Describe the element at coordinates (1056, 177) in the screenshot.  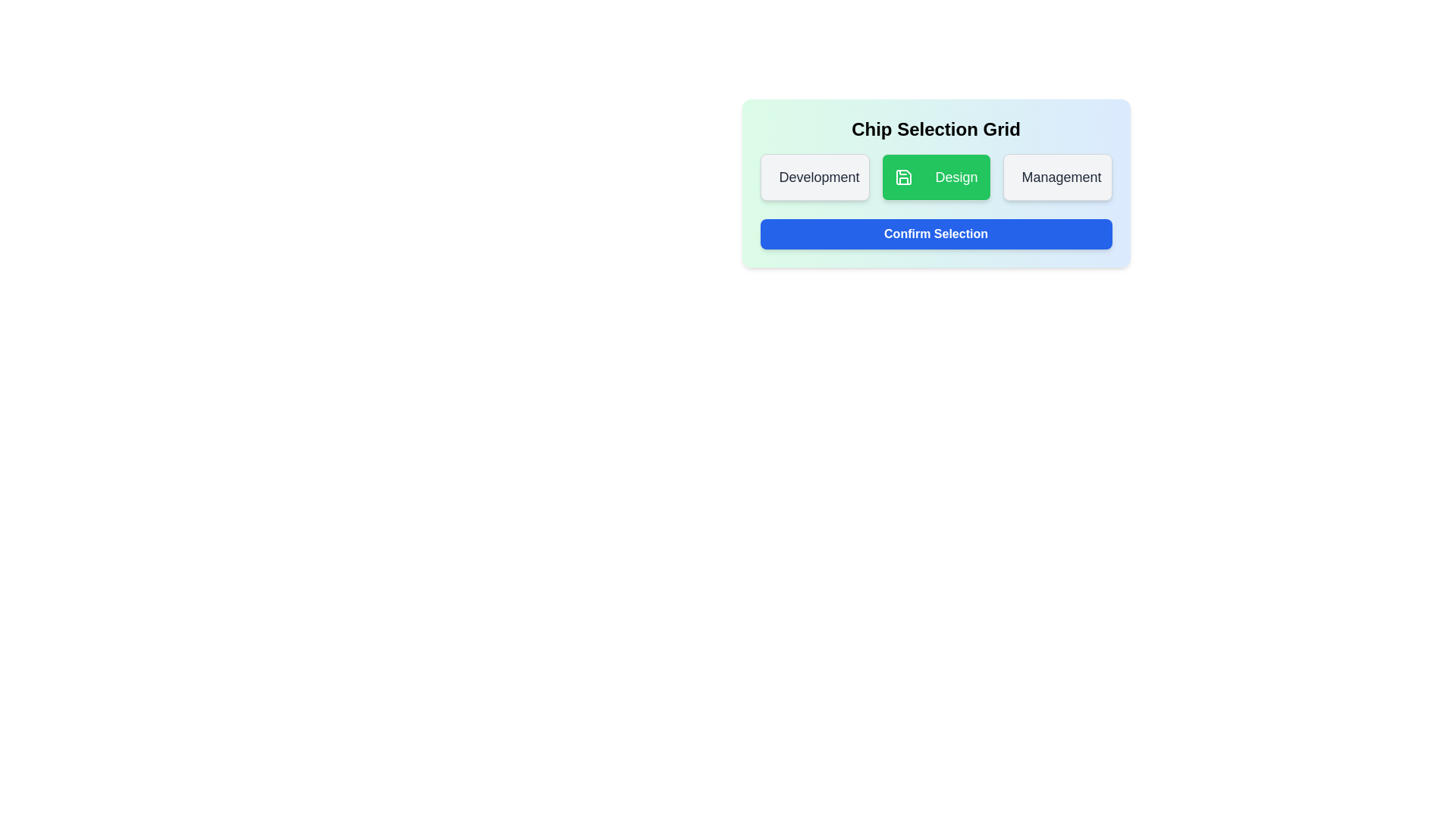
I see `the chip labeled Management` at that location.